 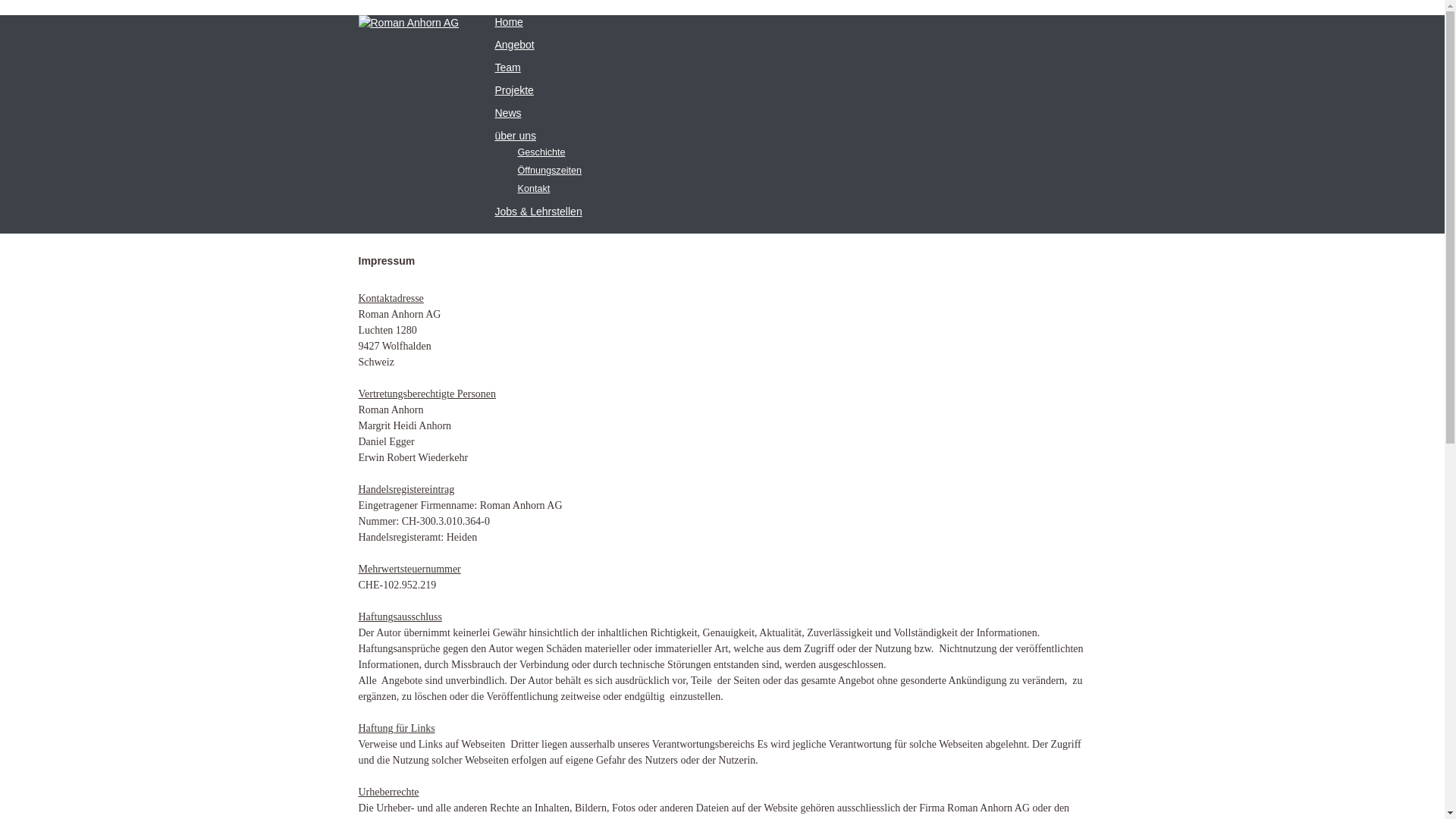 What do you see at coordinates (513, 90) in the screenshot?
I see `'Projekte'` at bounding box center [513, 90].